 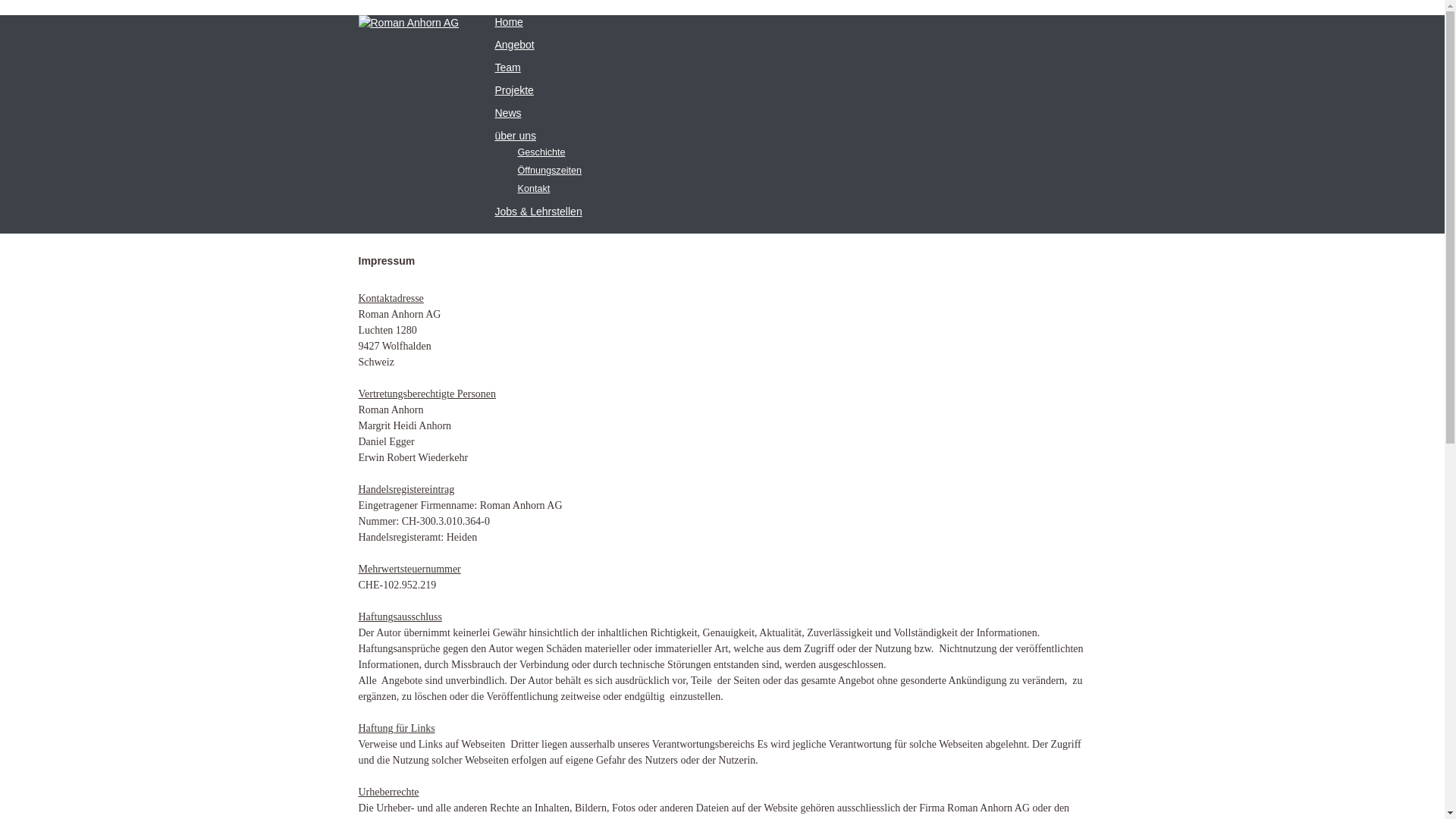 What do you see at coordinates (513, 90) in the screenshot?
I see `'Projekte'` at bounding box center [513, 90].